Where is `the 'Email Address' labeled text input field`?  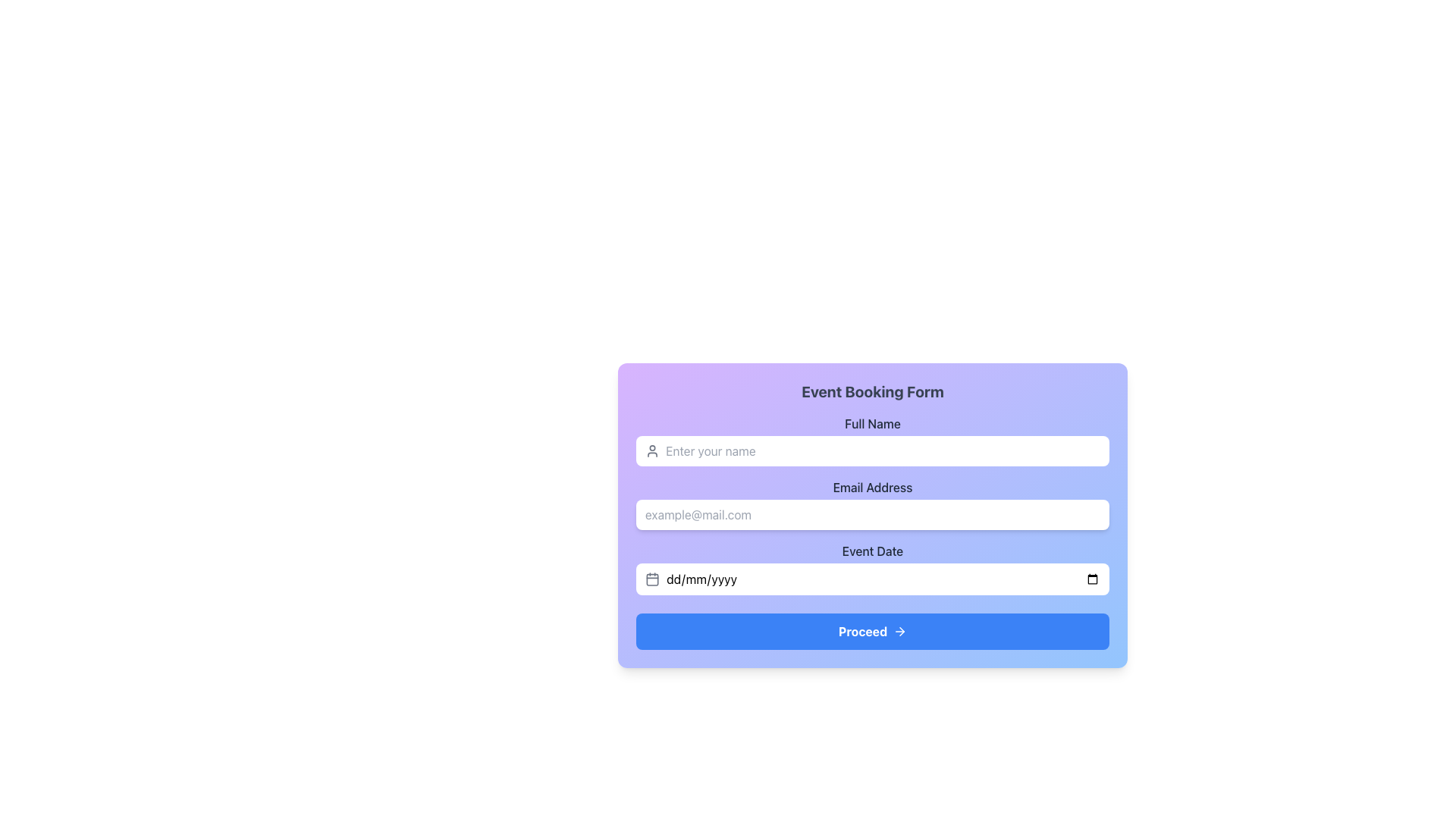 the 'Email Address' labeled text input field is located at coordinates (873, 504).